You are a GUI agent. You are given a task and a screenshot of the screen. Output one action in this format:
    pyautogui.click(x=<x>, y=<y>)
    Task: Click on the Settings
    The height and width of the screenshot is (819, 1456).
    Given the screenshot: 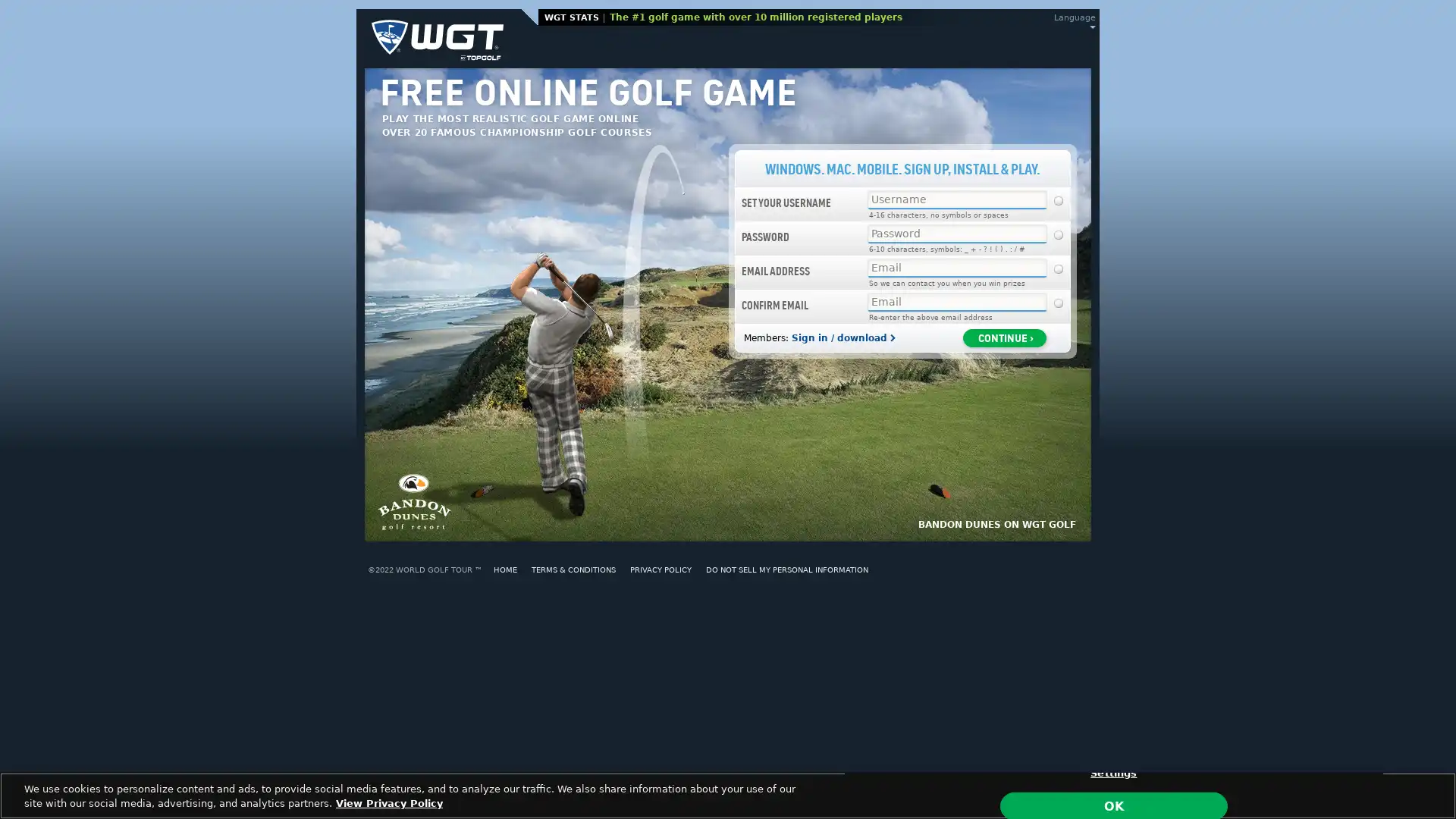 What is the action you would take?
    pyautogui.click(x=1113, y=773)
    